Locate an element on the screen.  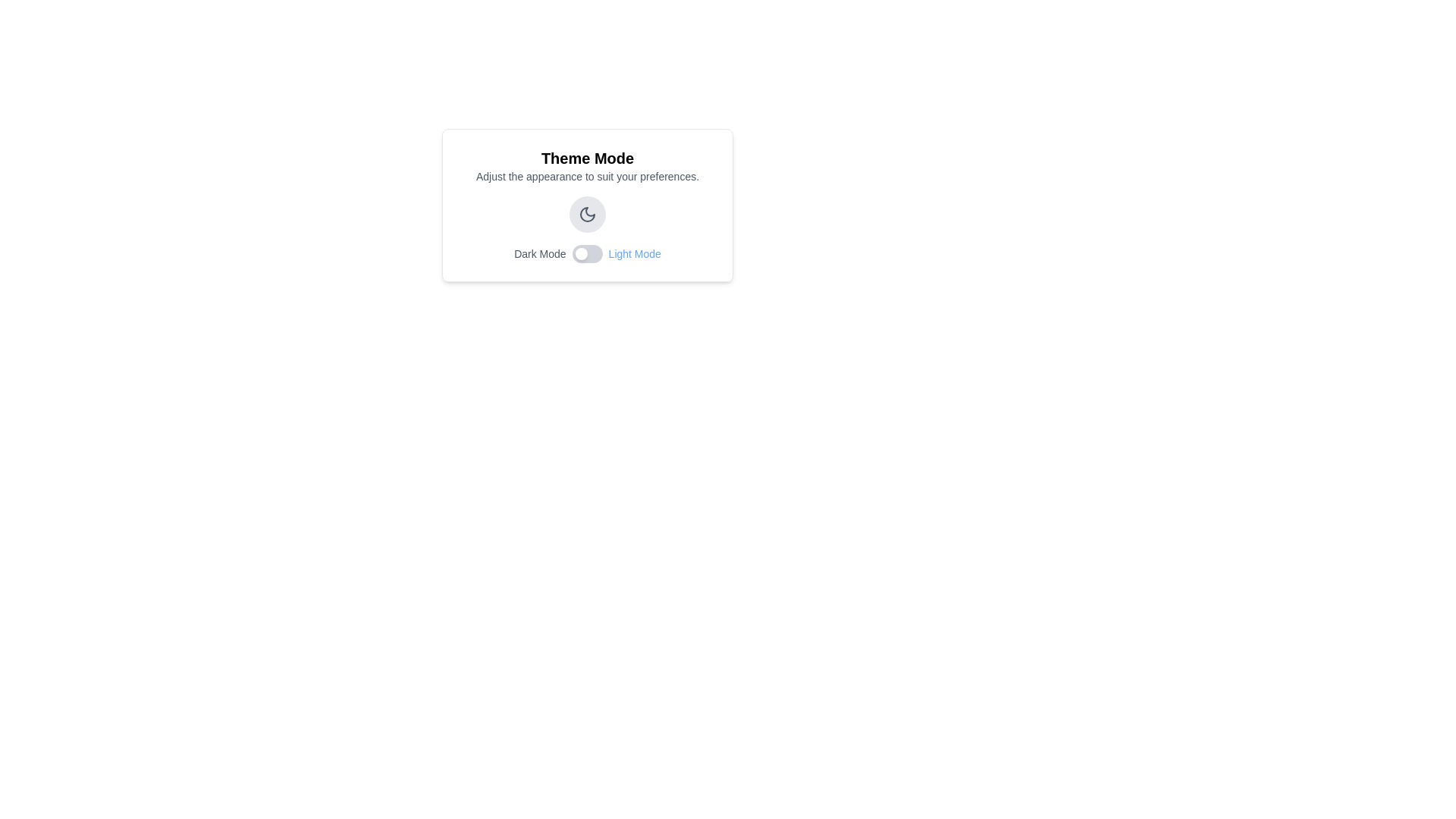
the toggle icon/button for switching between dark and light modes, located centrally below the 'Theme Mode' title and above the toggle switch is located at coordinates (586, 214).